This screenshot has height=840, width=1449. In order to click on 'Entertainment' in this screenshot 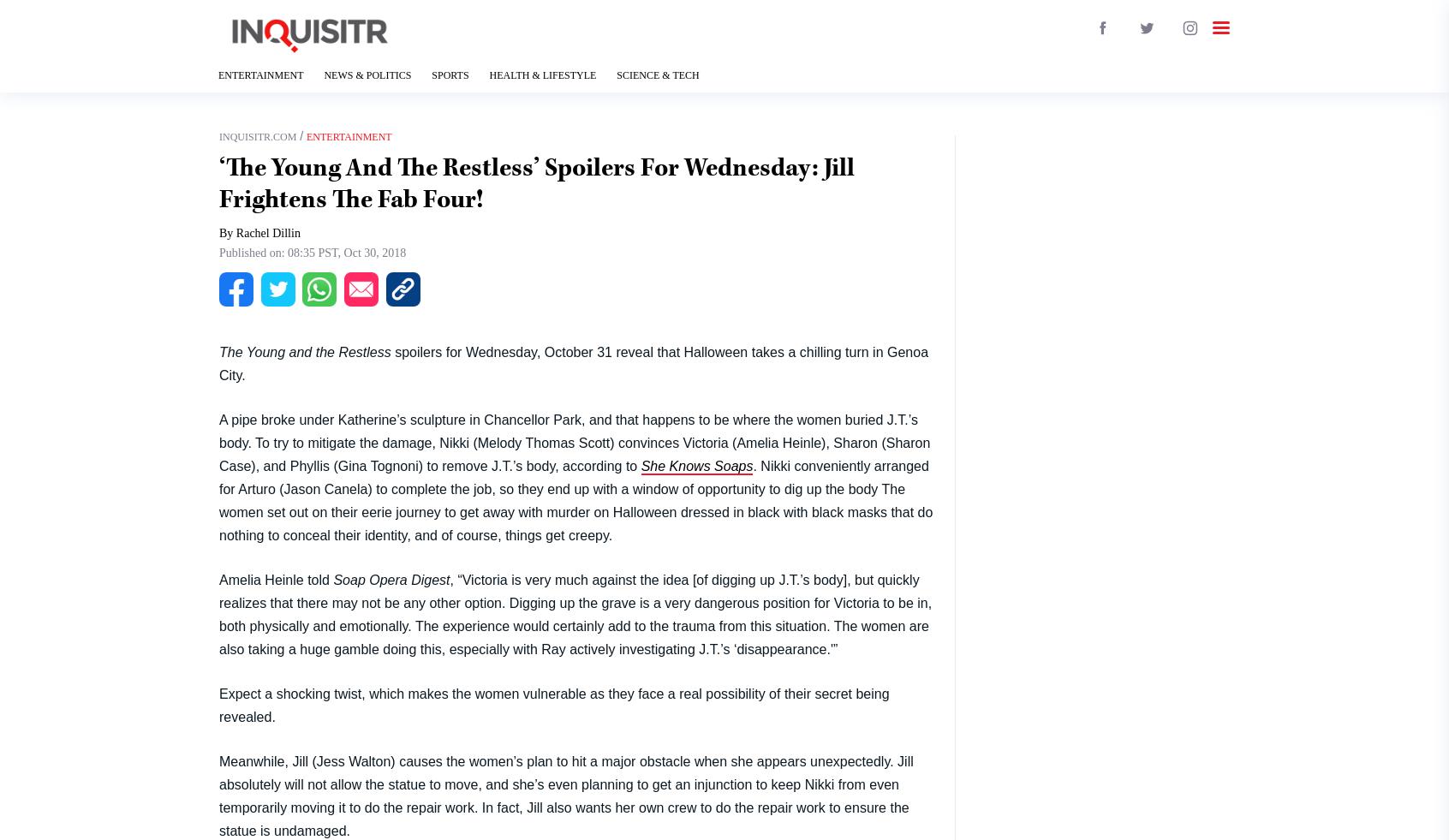, I will do `click(349, 136)`.